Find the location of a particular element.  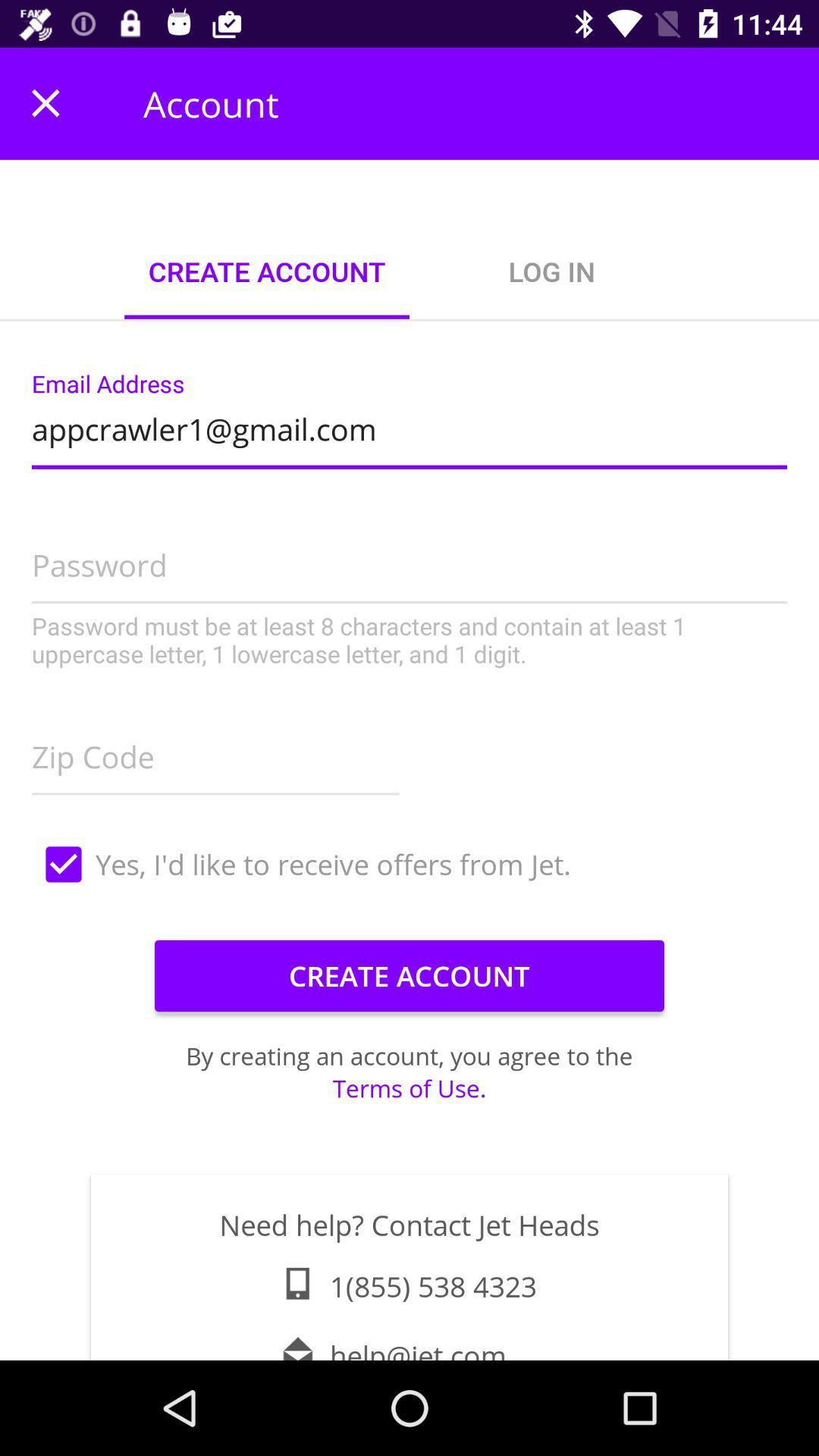

the icon above need help contact is located at coordinates (409, 1087).